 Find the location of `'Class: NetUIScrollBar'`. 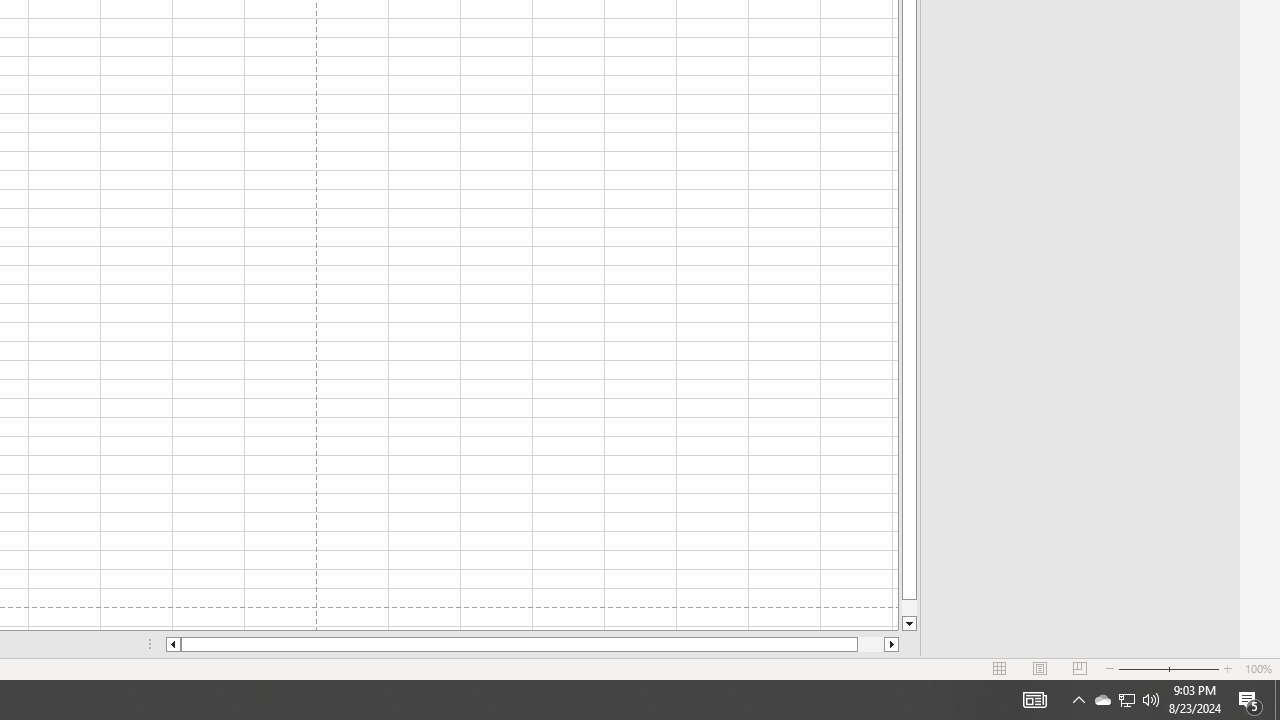

'Class: NetUIScrollBar' is located at coordinates (532, 644).